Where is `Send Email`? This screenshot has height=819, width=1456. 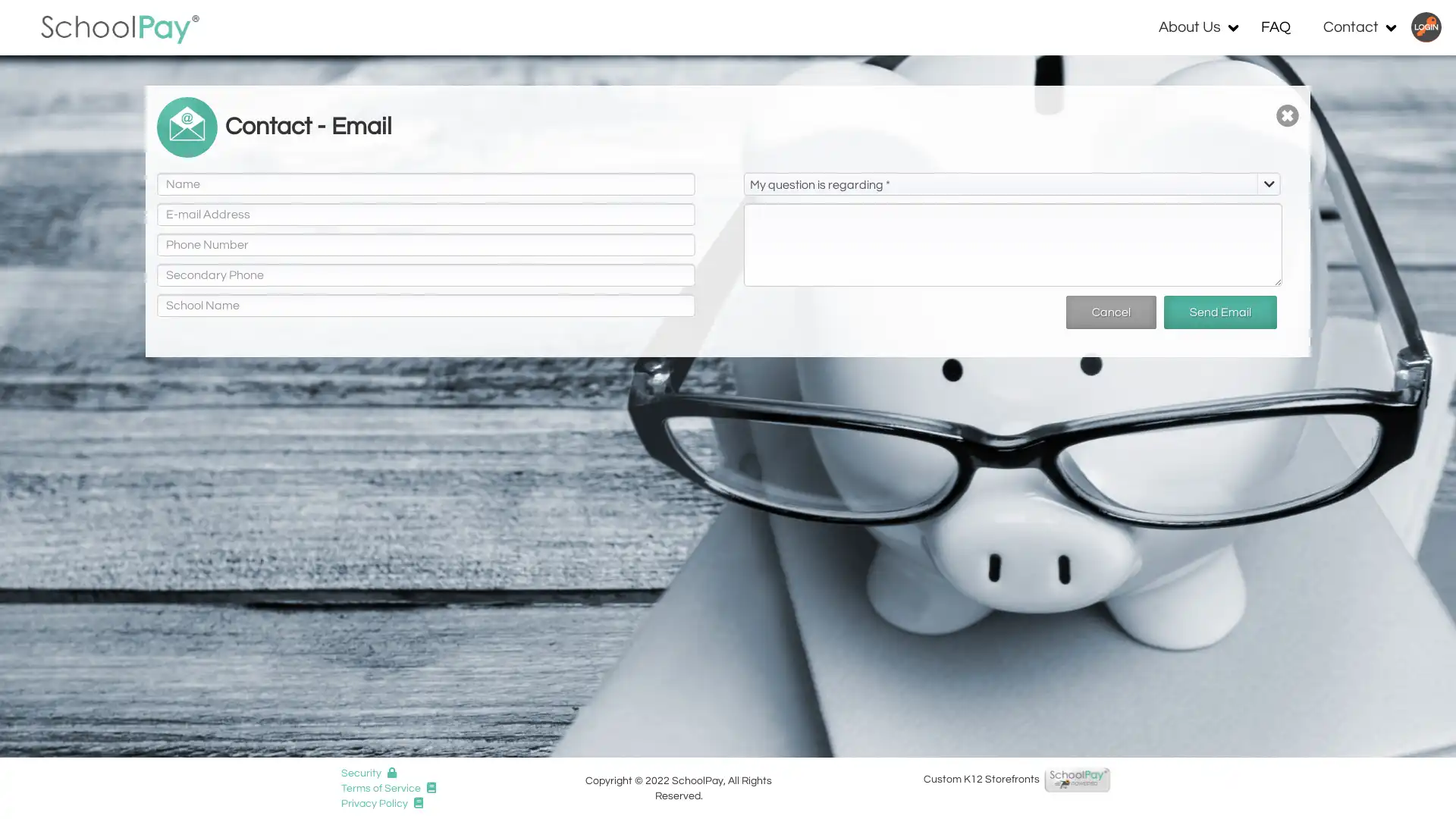
Send Email is located at coordinates (1219, 312).